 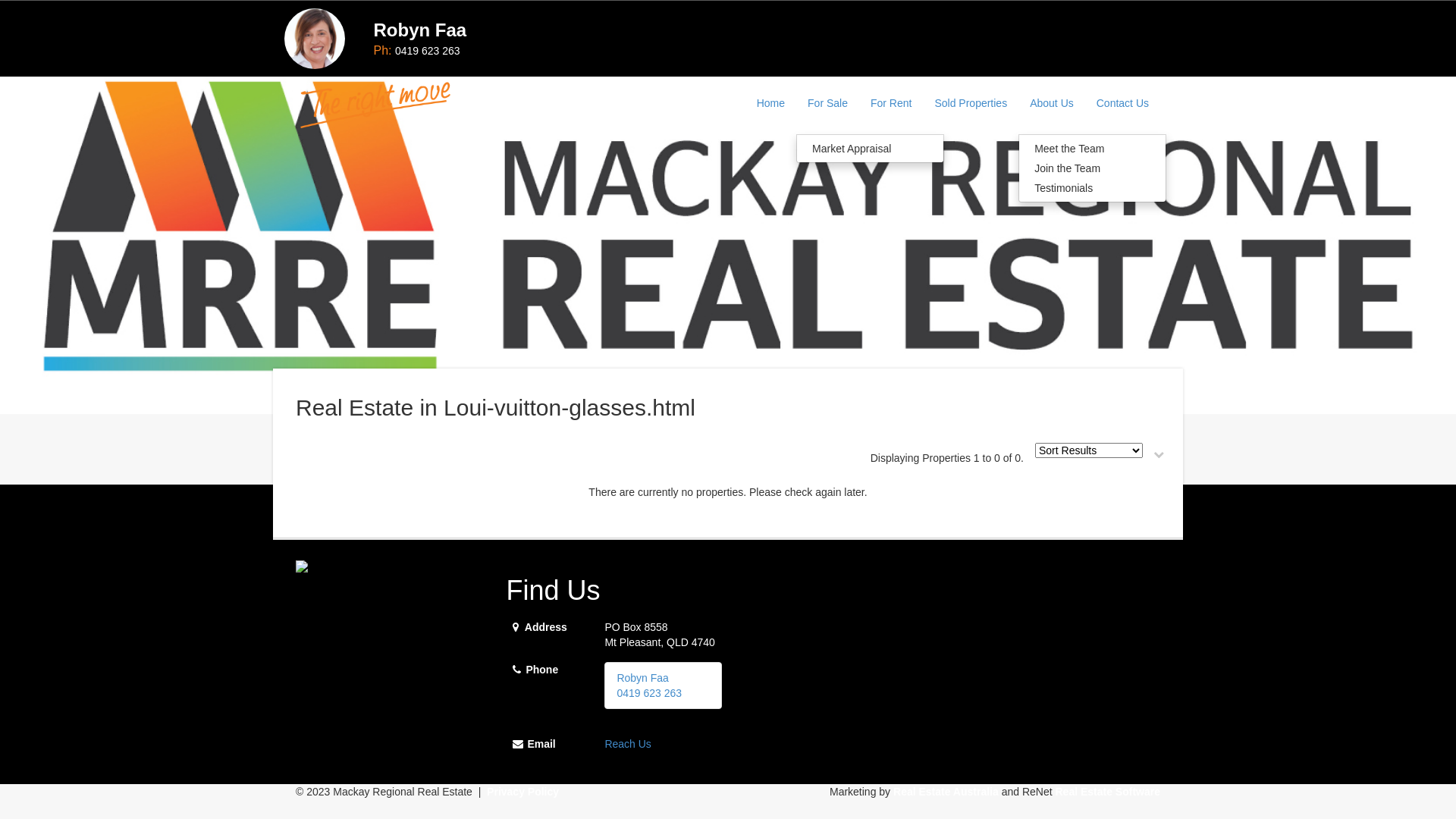 I want to click on 'About Us', so click(x=1051, y=102).